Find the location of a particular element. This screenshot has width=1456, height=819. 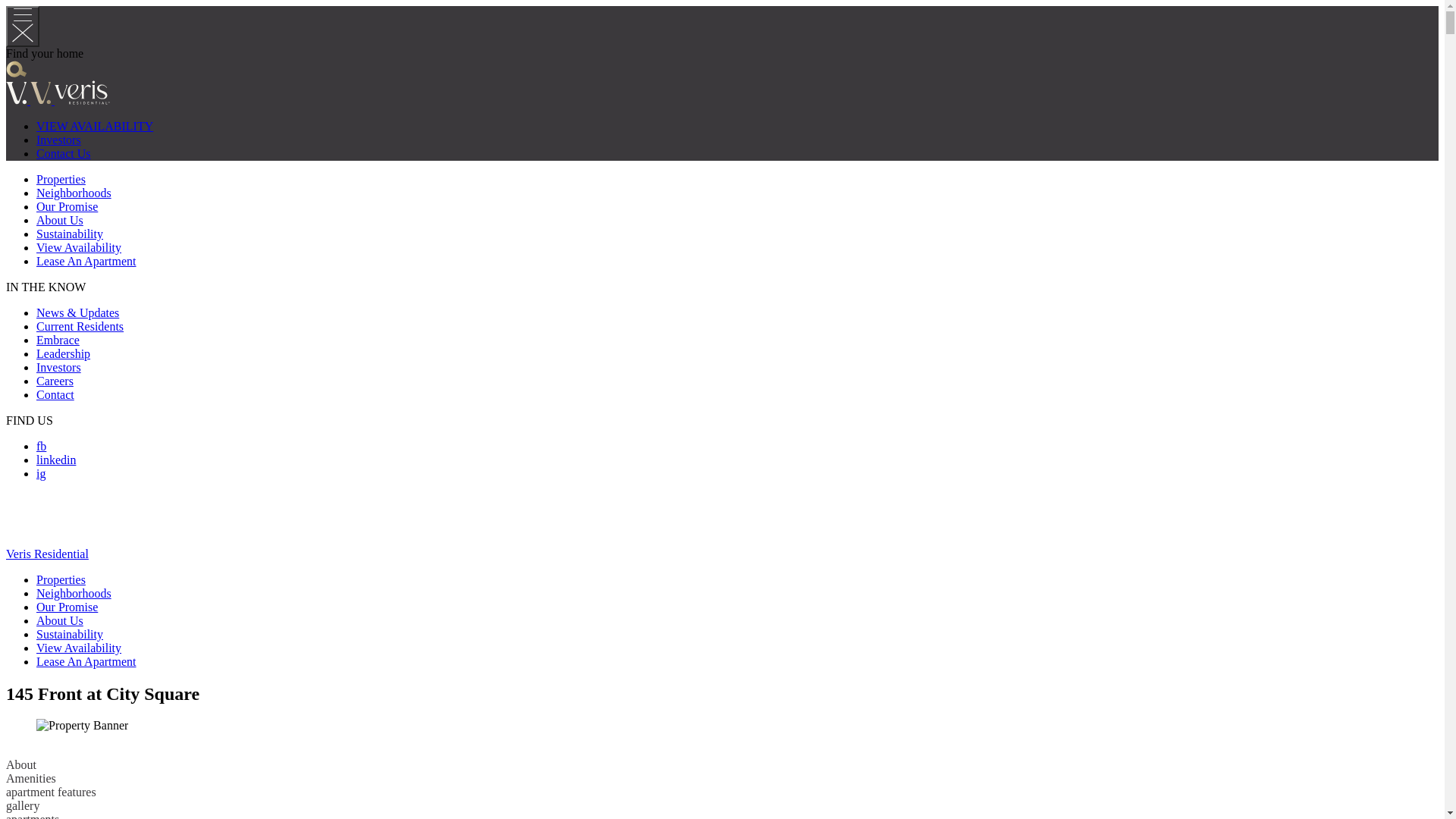

'Contact Us' is located at coordinates (62, 153).